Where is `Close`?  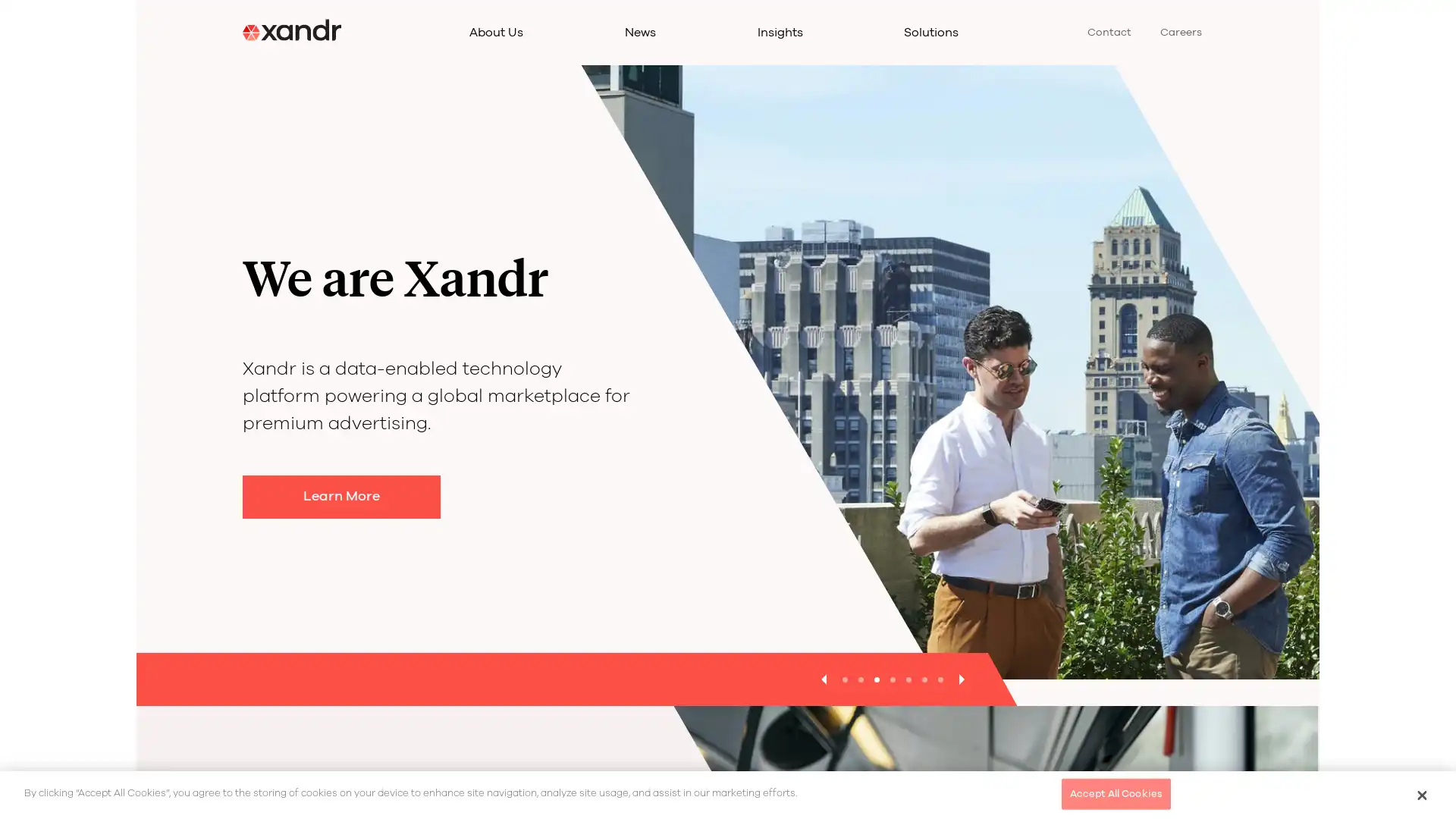 Close is located at coordinates (1420, 794).